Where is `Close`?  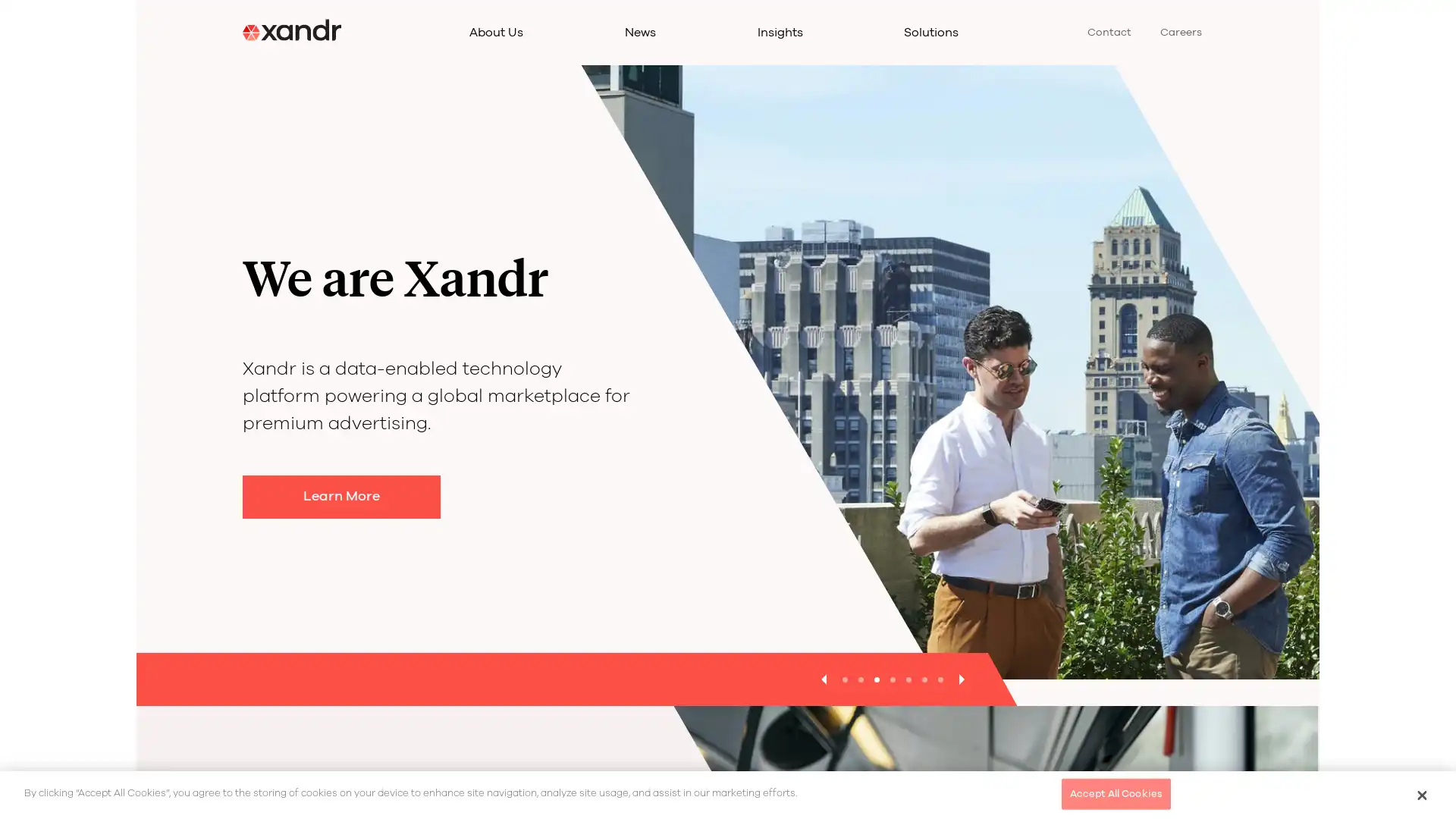 Close is located at coordinates (1420, 794).